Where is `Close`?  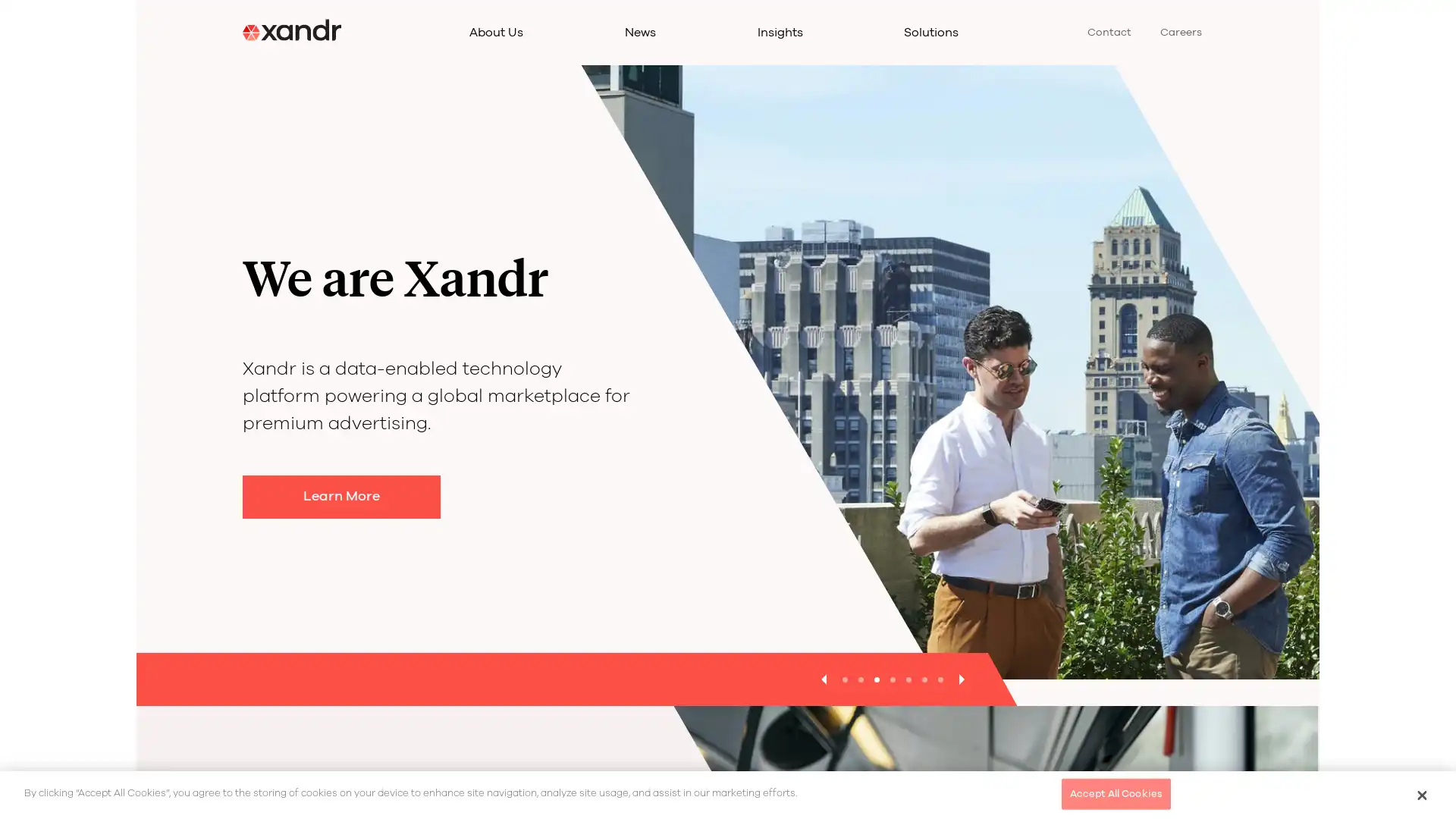 Close is located at coordinates (1420, 794).